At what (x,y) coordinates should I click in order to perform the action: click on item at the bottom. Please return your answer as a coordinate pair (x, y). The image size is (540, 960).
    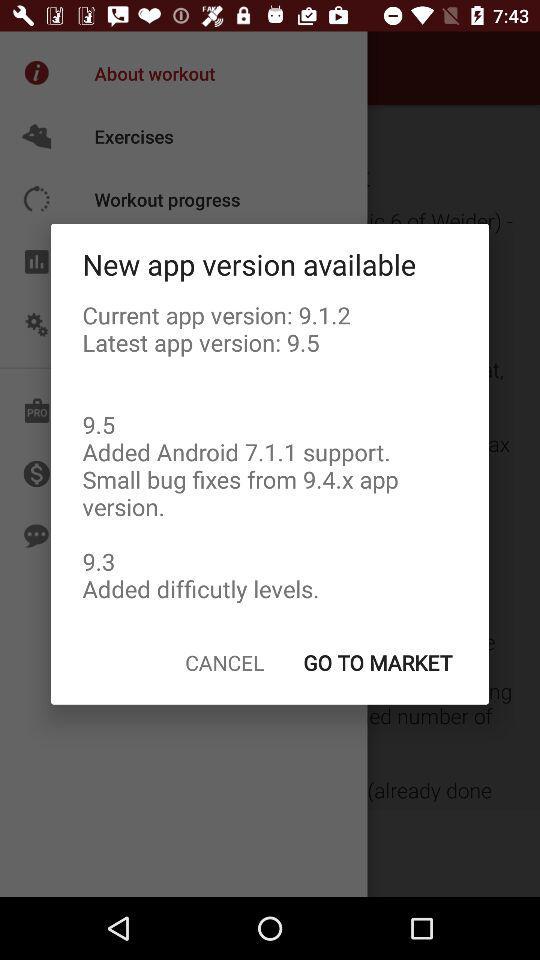
    Looking at the image, I should click on (223, 662).